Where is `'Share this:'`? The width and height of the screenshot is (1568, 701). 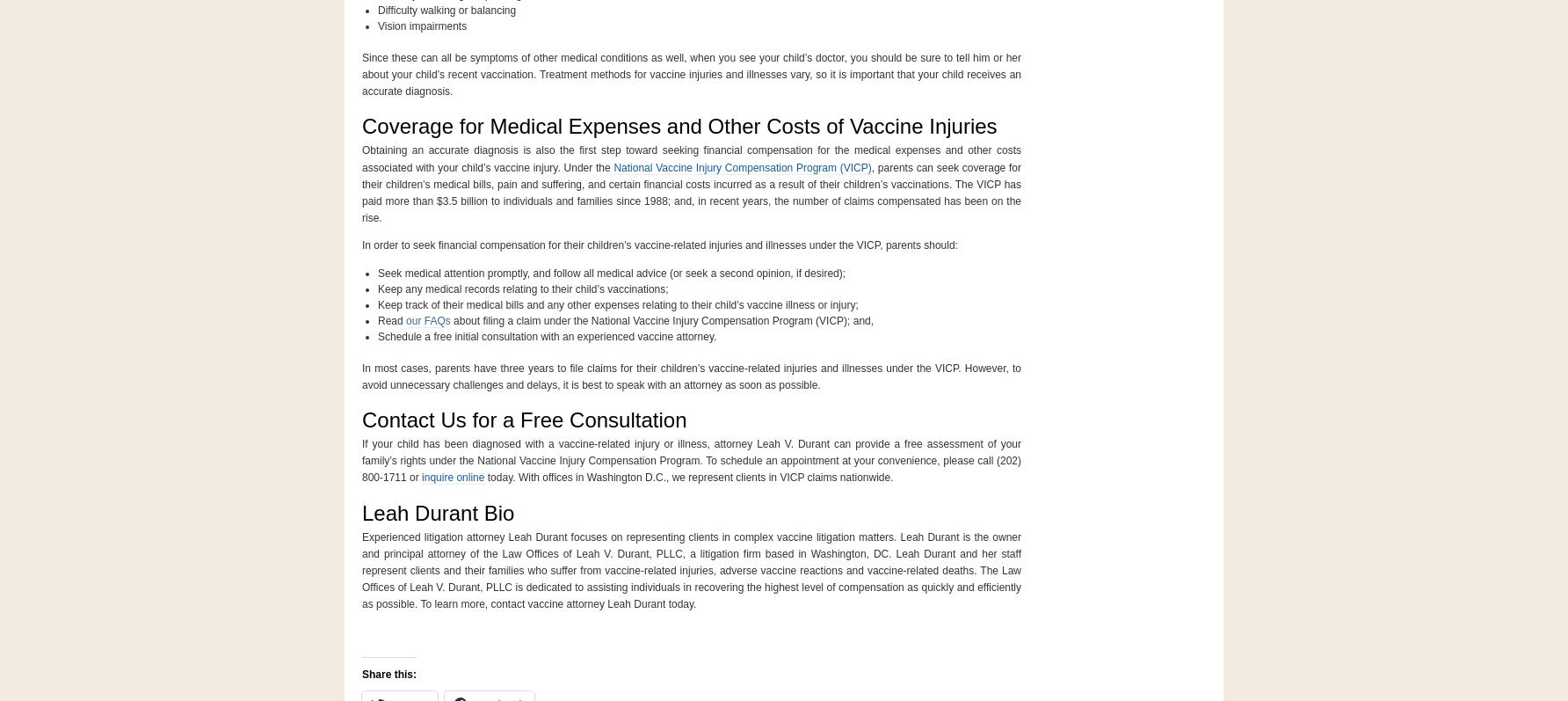
'Share this:' is located at coordinates (388, 672).